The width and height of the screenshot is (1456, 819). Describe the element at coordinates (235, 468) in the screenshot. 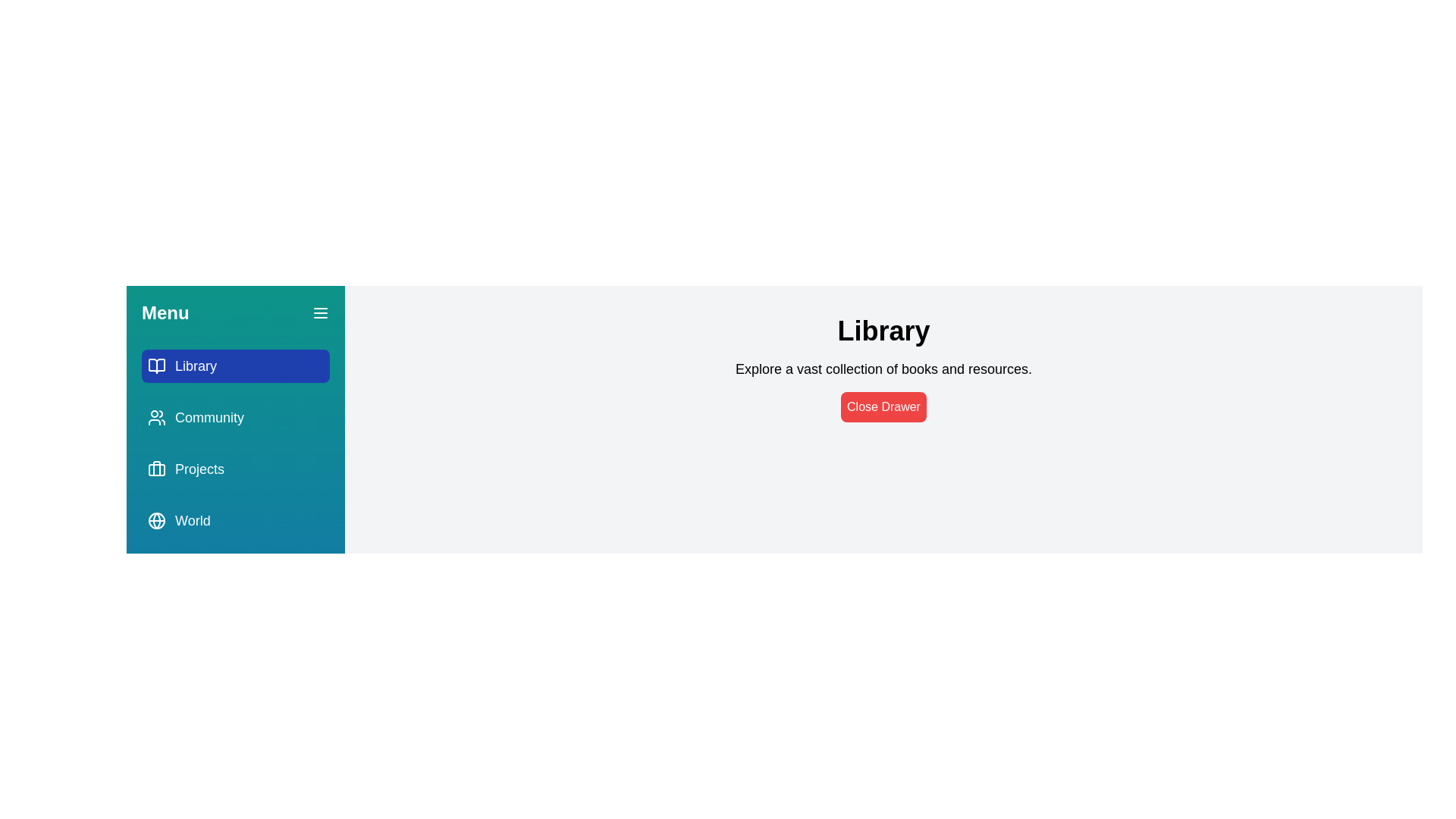

I see `the tab named Projects from the menu` at that location.